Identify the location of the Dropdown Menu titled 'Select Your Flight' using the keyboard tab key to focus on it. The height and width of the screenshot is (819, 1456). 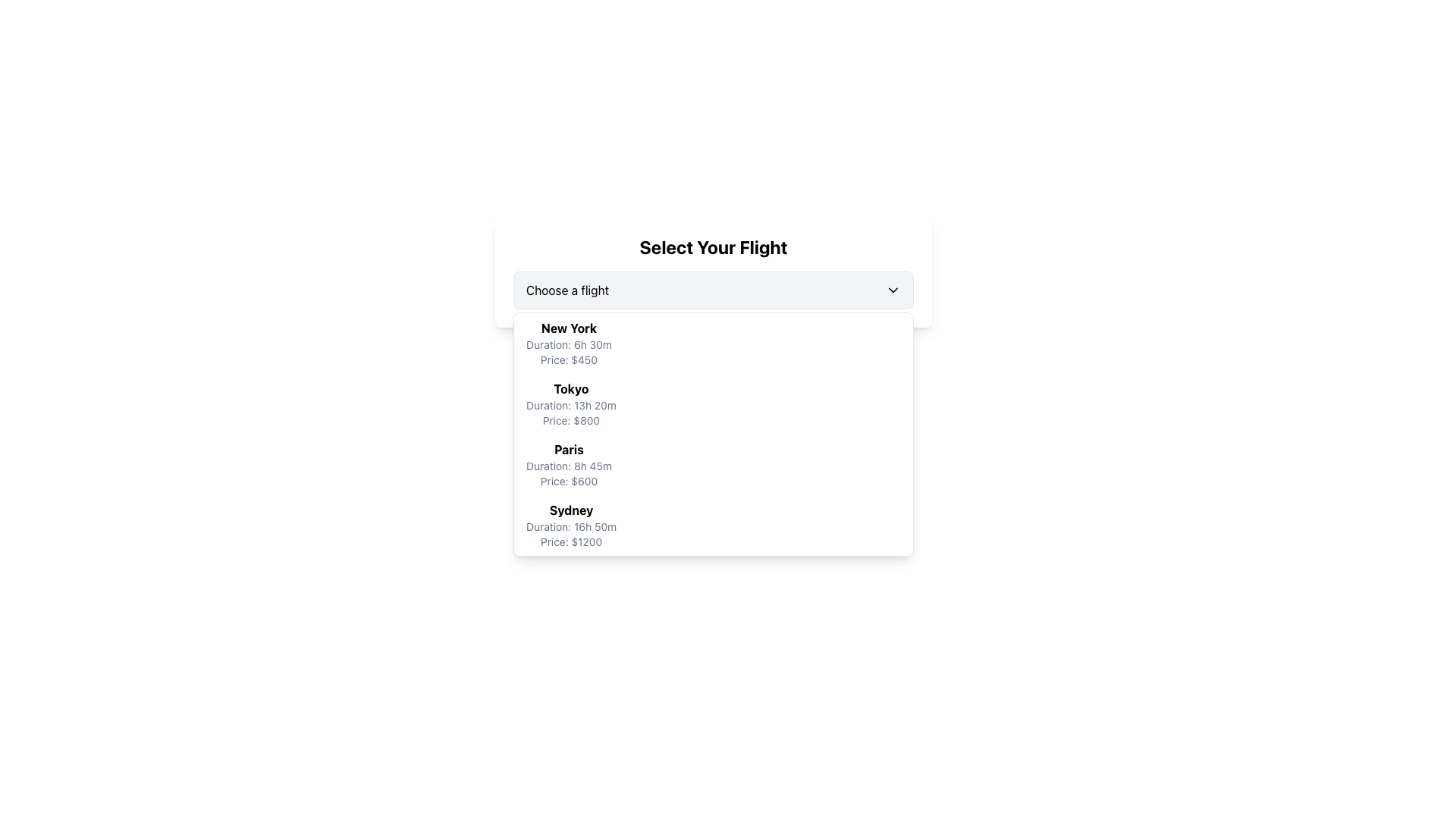
(712, 271).